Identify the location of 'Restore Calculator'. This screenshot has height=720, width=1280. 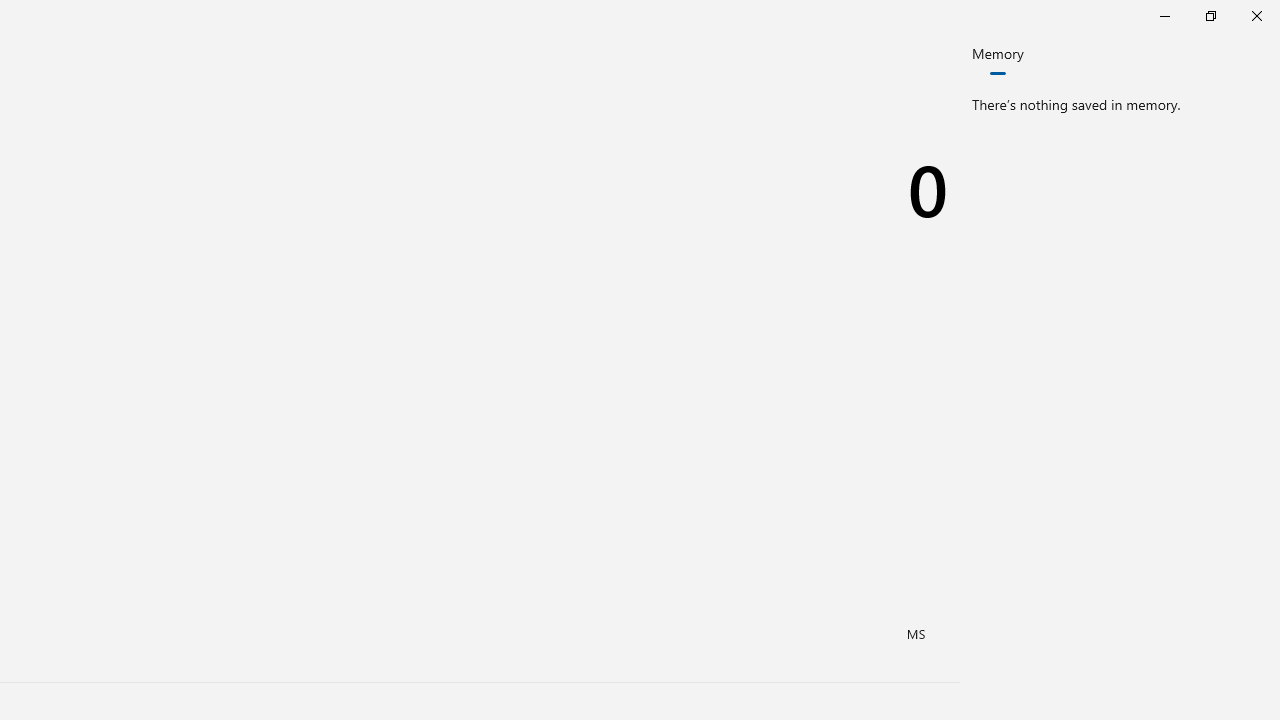
(1209, 15).